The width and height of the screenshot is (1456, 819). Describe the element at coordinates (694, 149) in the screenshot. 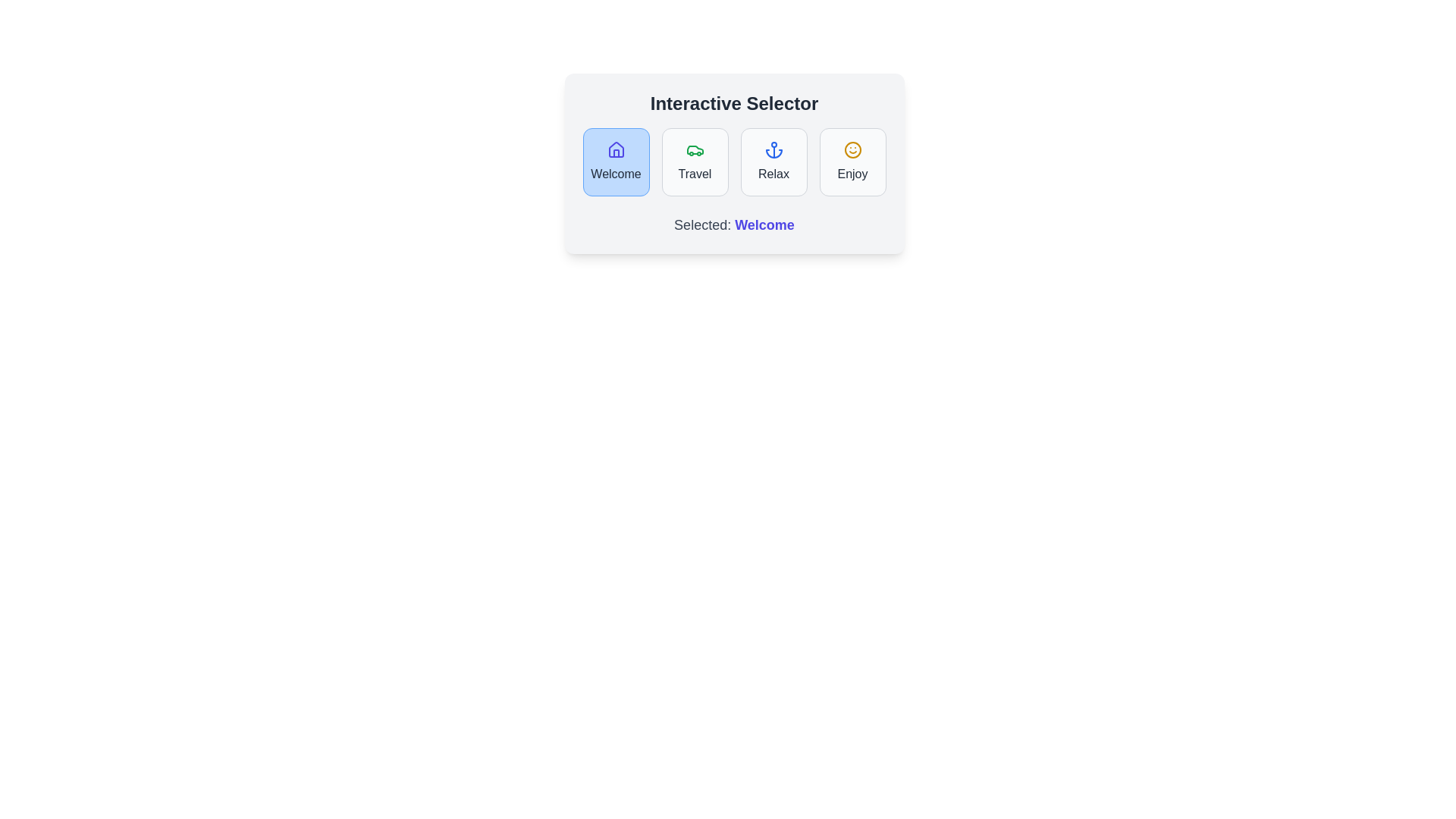

I see `the graphic icon representing a car within the 'Travel' button, which is the second option in a horizontal array of buttons` at that location.